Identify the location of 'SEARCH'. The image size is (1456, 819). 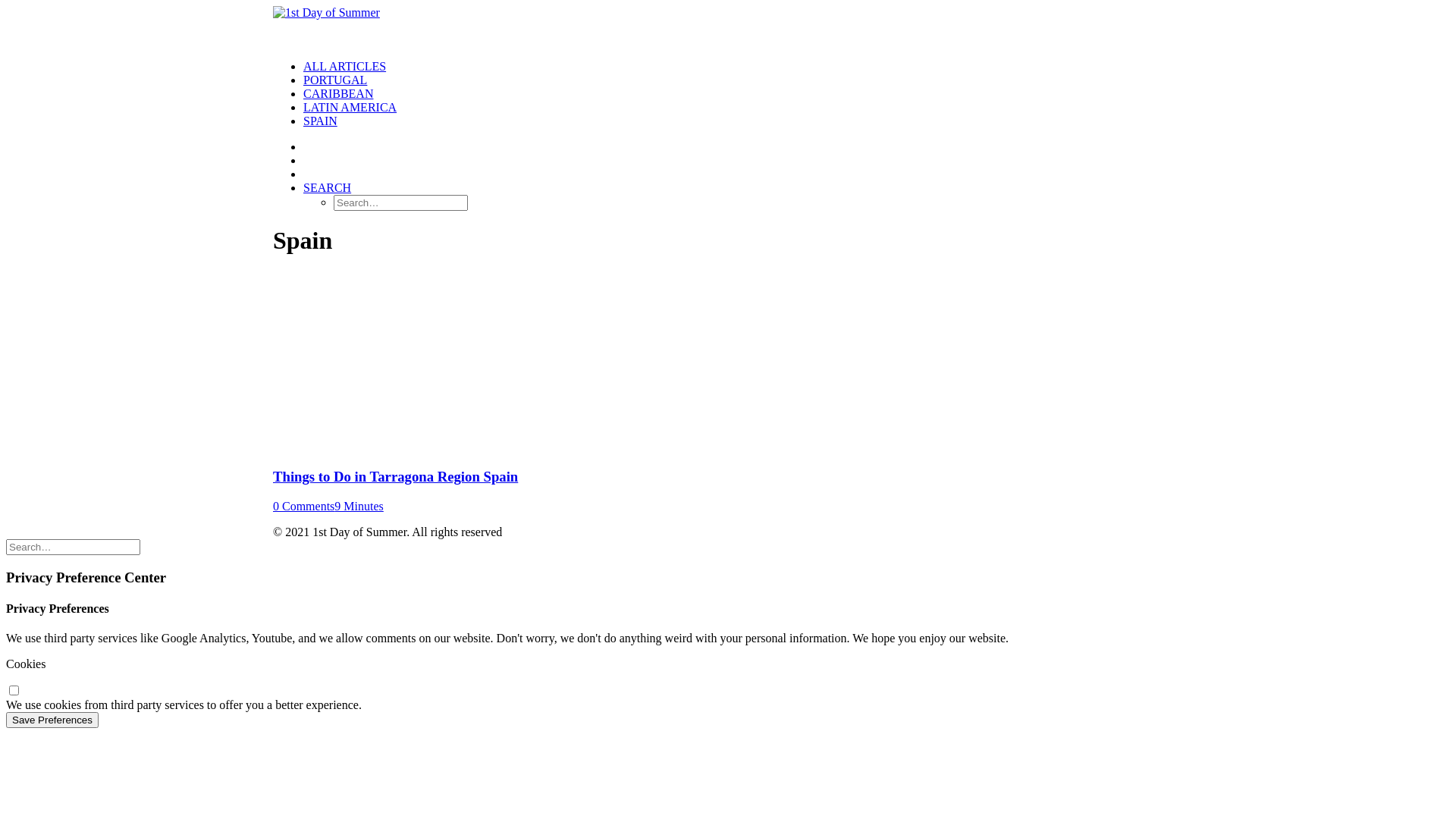
(326, 187).